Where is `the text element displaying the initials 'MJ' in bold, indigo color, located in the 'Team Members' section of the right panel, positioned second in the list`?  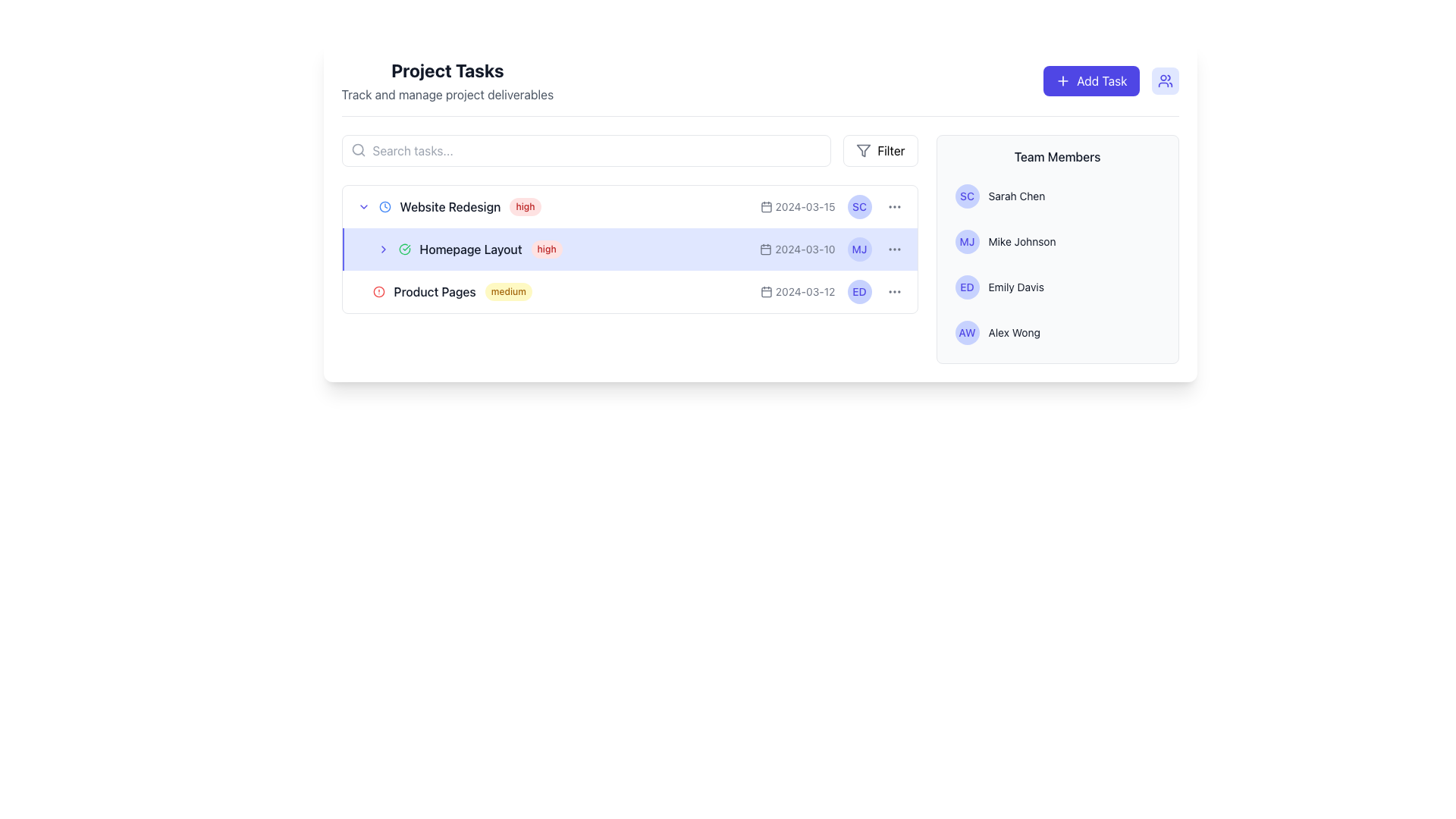
the text element displaying the initials 'MJ' in bold, indigo color, located in the 'Team Members' section of the right panel, positioned second in the list is located at coordinates (966, 241).